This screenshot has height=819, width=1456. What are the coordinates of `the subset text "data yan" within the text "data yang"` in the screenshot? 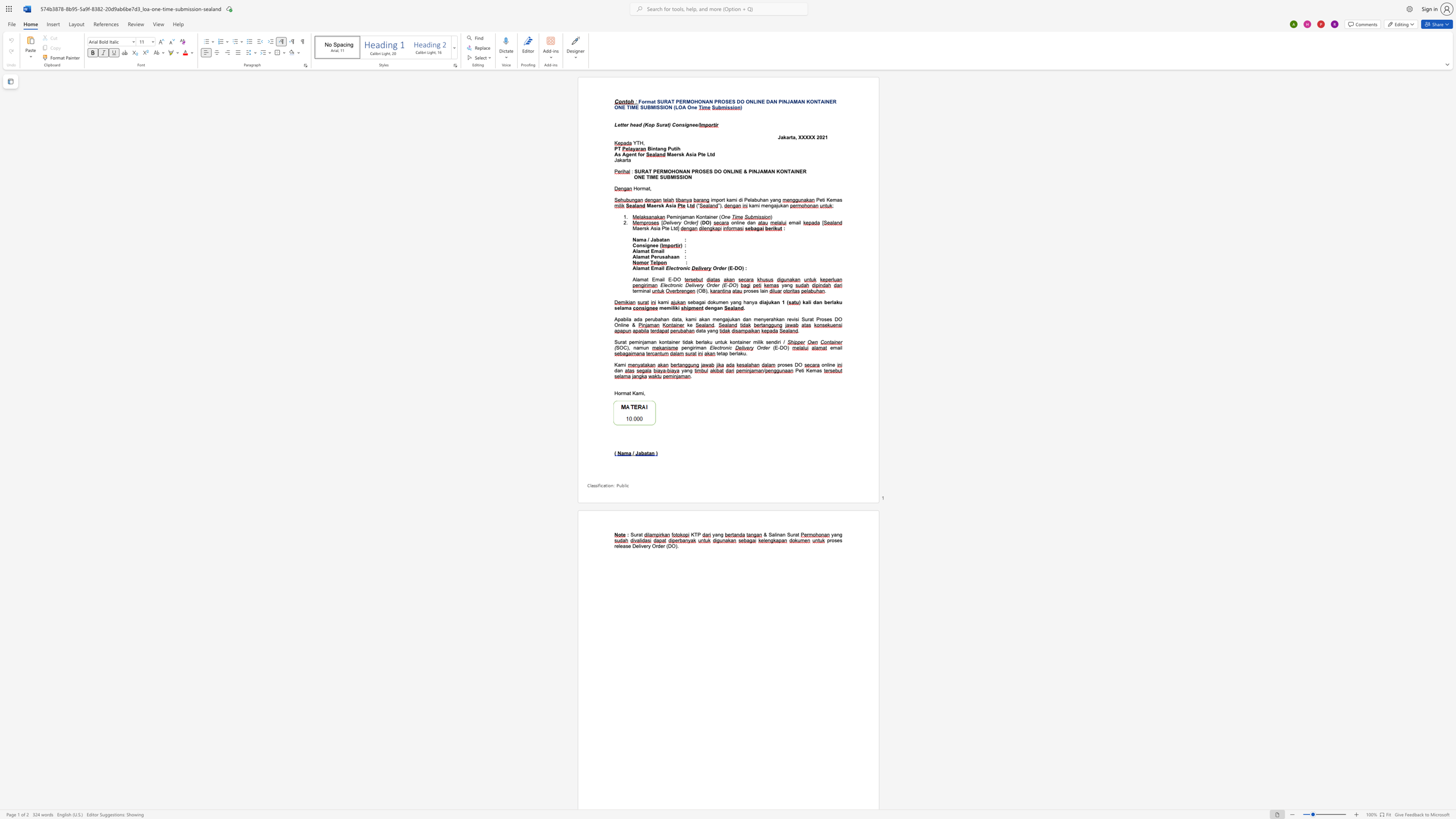 It's located at (696, 330).